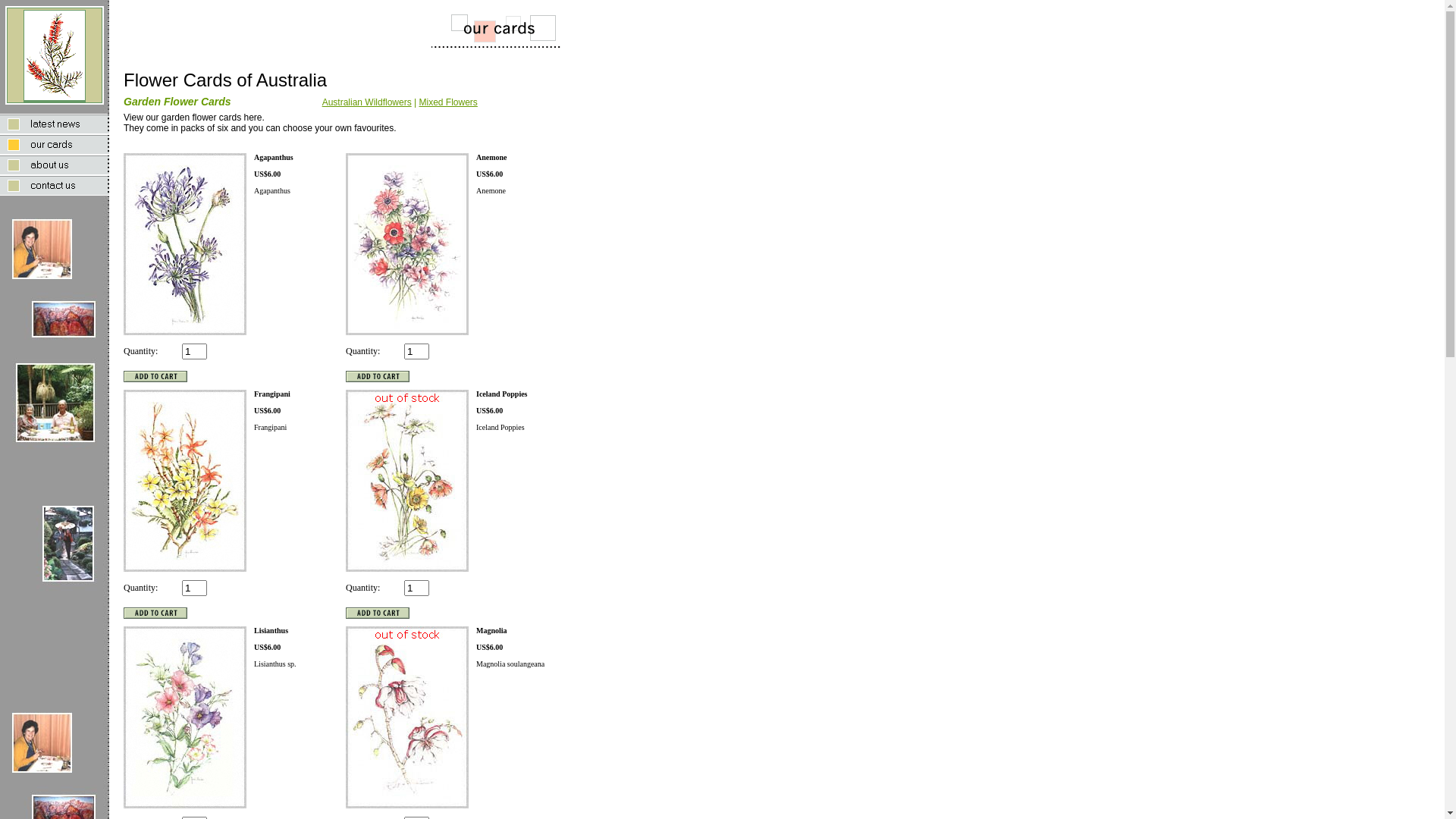 The width and height of the screenshot is (1456, 819). Describe the element at coordinates (55, 144) in the screenshot. I see `'our cards'` at that location.